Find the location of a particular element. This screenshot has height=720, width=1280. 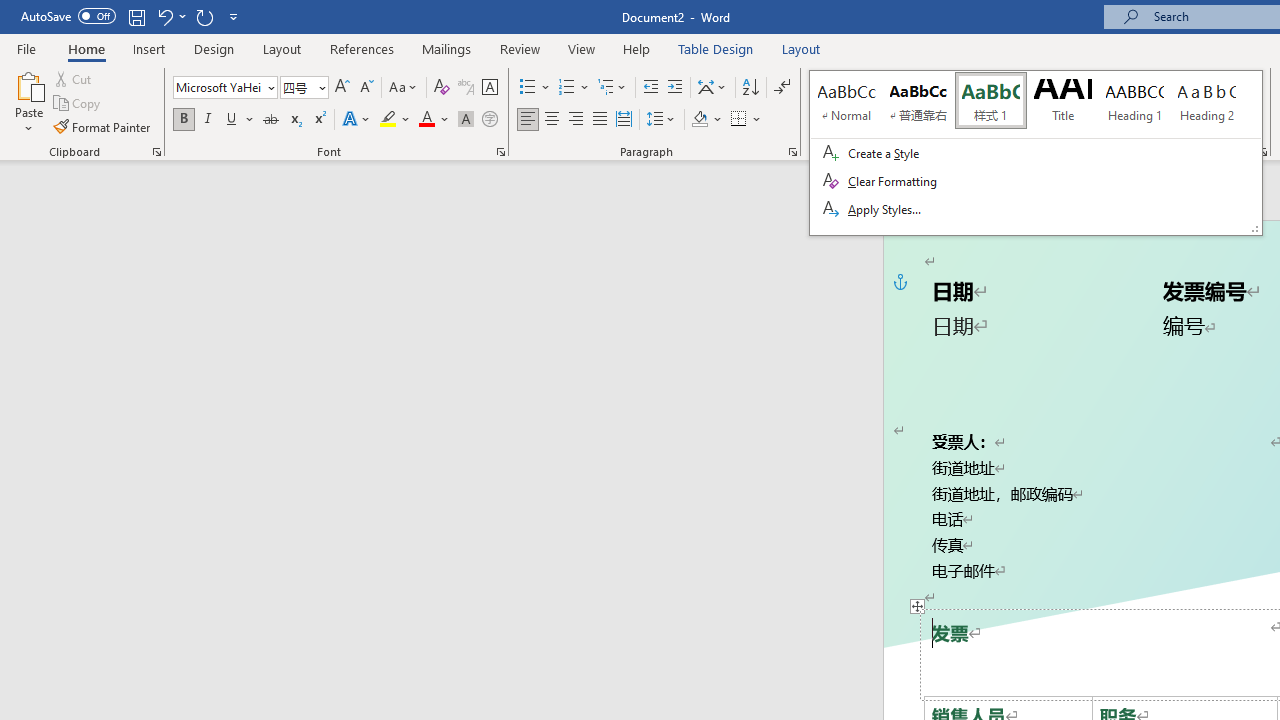

'Repeat Style' is located at coordinates (204, 16).